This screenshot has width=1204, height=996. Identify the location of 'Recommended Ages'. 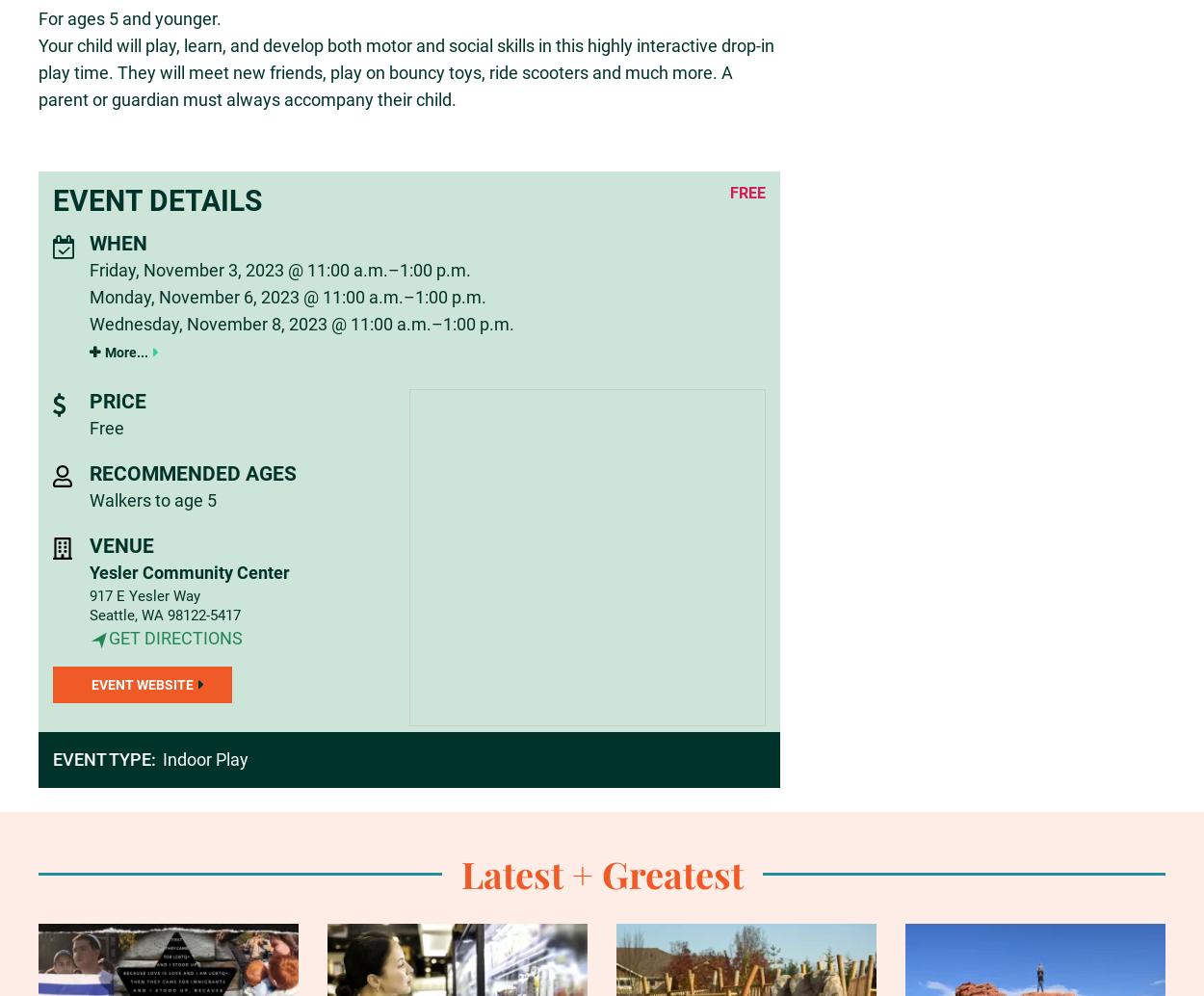
(191, 472).